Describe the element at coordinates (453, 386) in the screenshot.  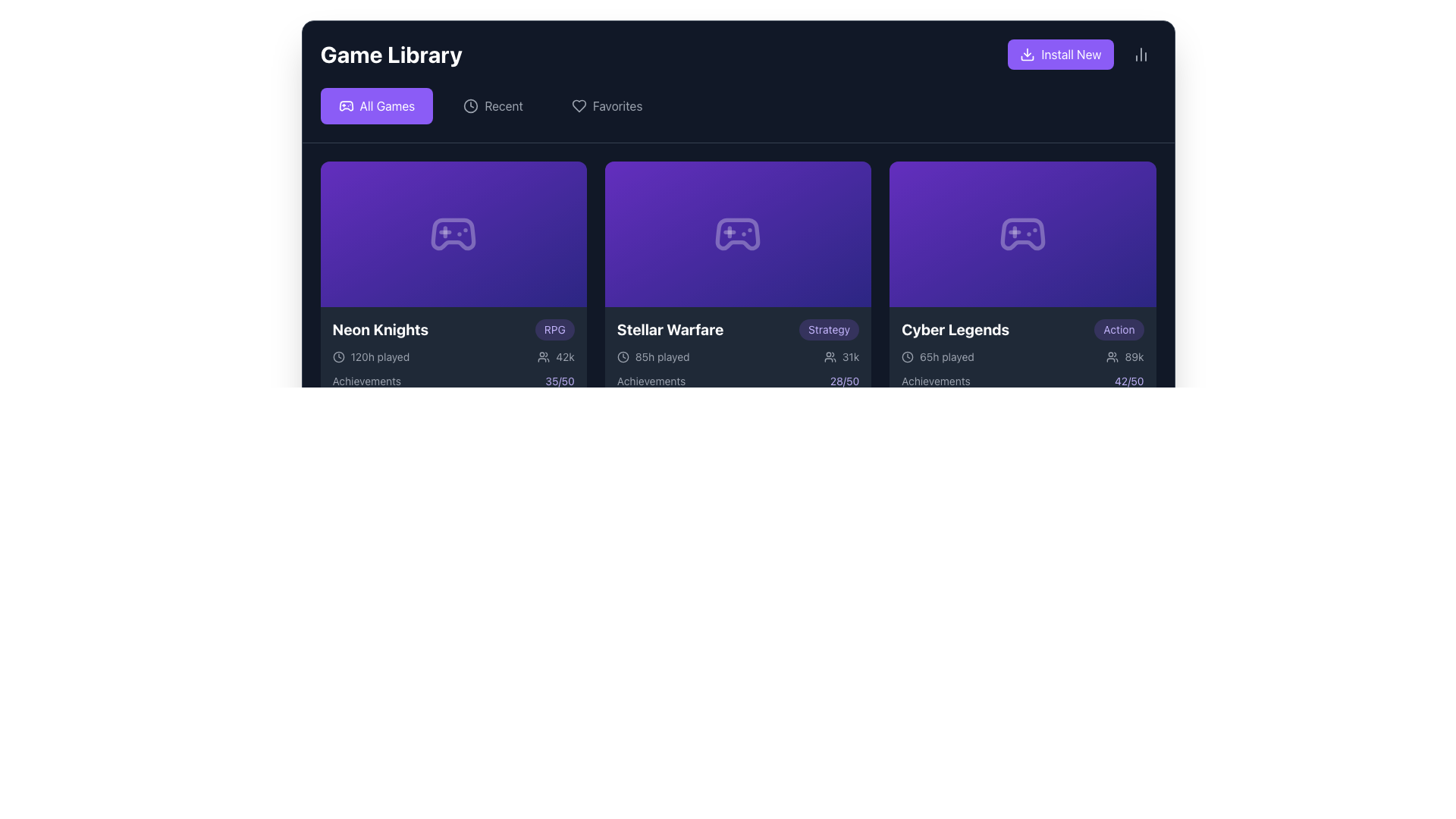
I see `the Progress bar with labels in the 'Neon Knights' game panel` at that location.